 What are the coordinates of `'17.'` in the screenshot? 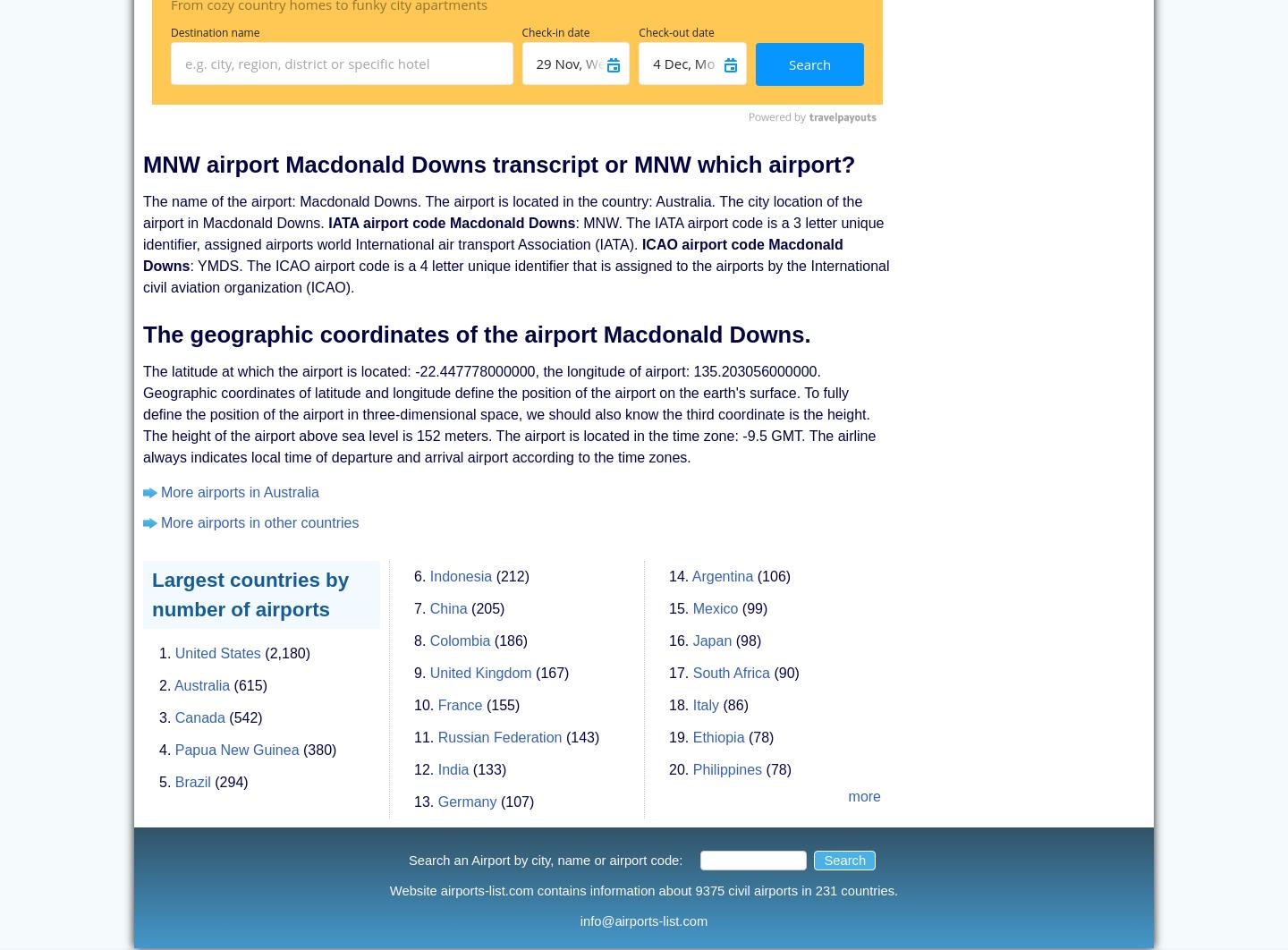 It's located at (678, 653).